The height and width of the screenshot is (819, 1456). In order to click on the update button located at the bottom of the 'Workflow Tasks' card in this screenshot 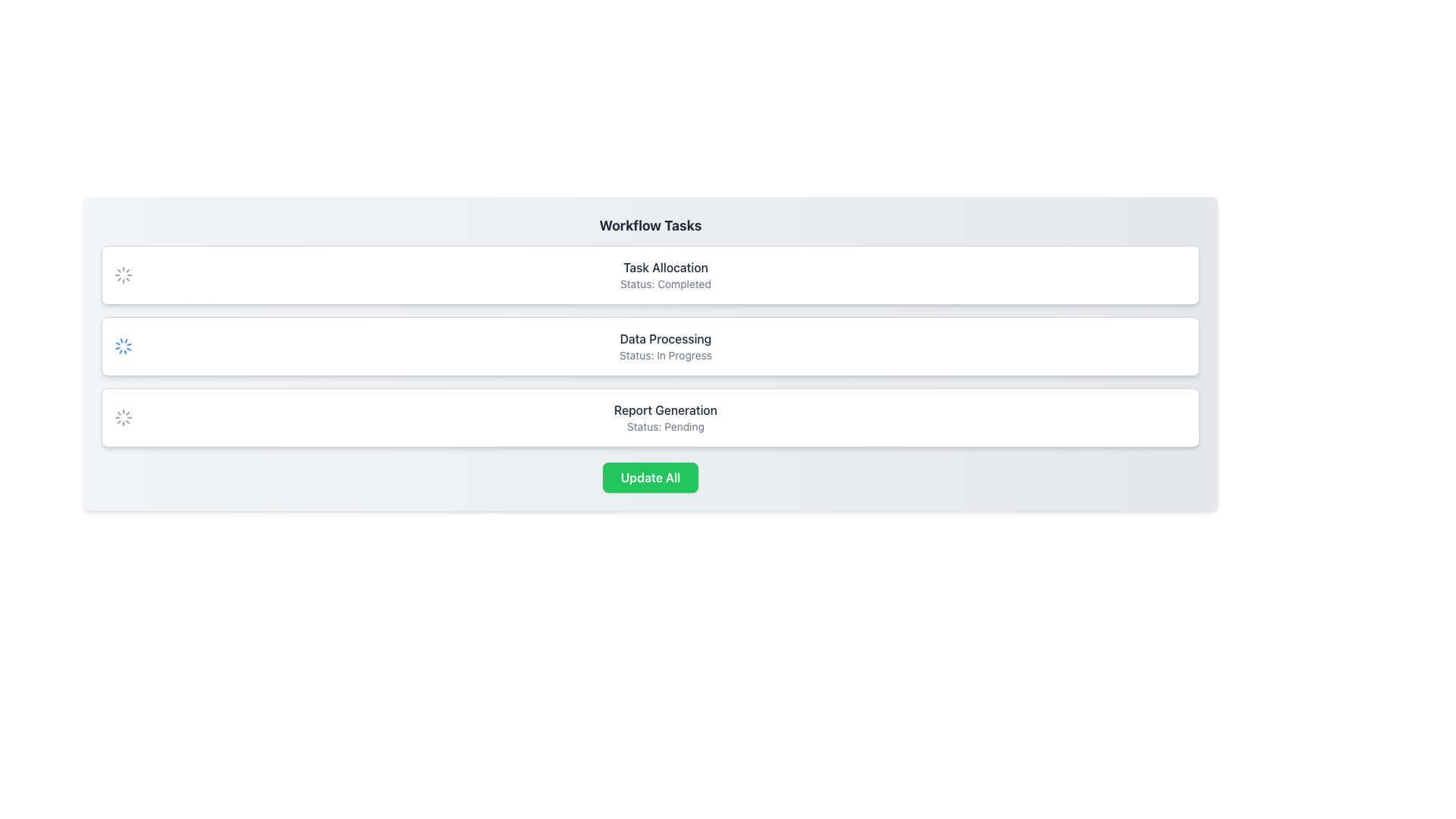, I will do `click(651, 476)`.